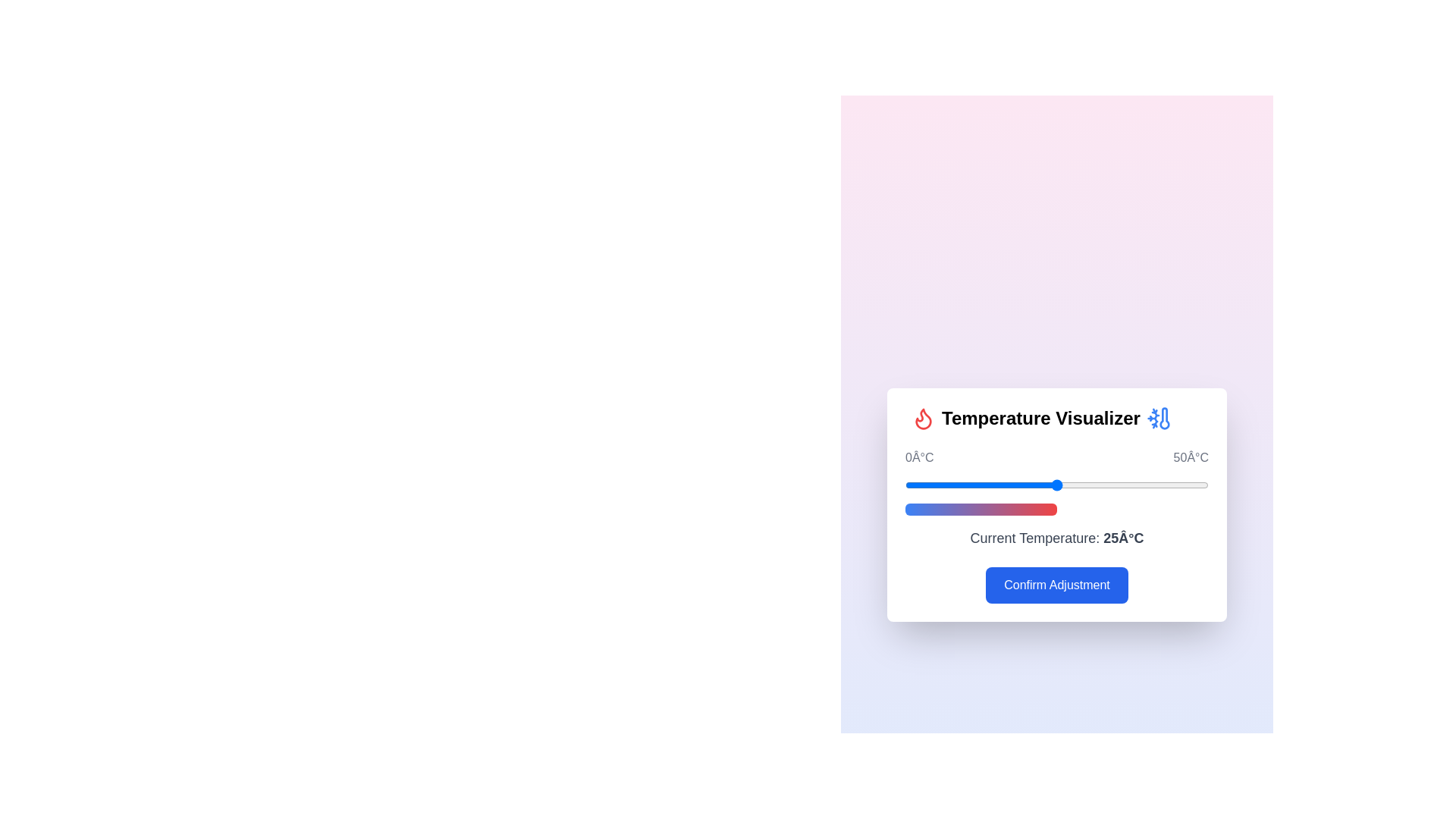  Describe the element at coordinates (1062, 485) in the screenshot. I see `the temperature slider to 26°C to observe the visual feedback` at that location.